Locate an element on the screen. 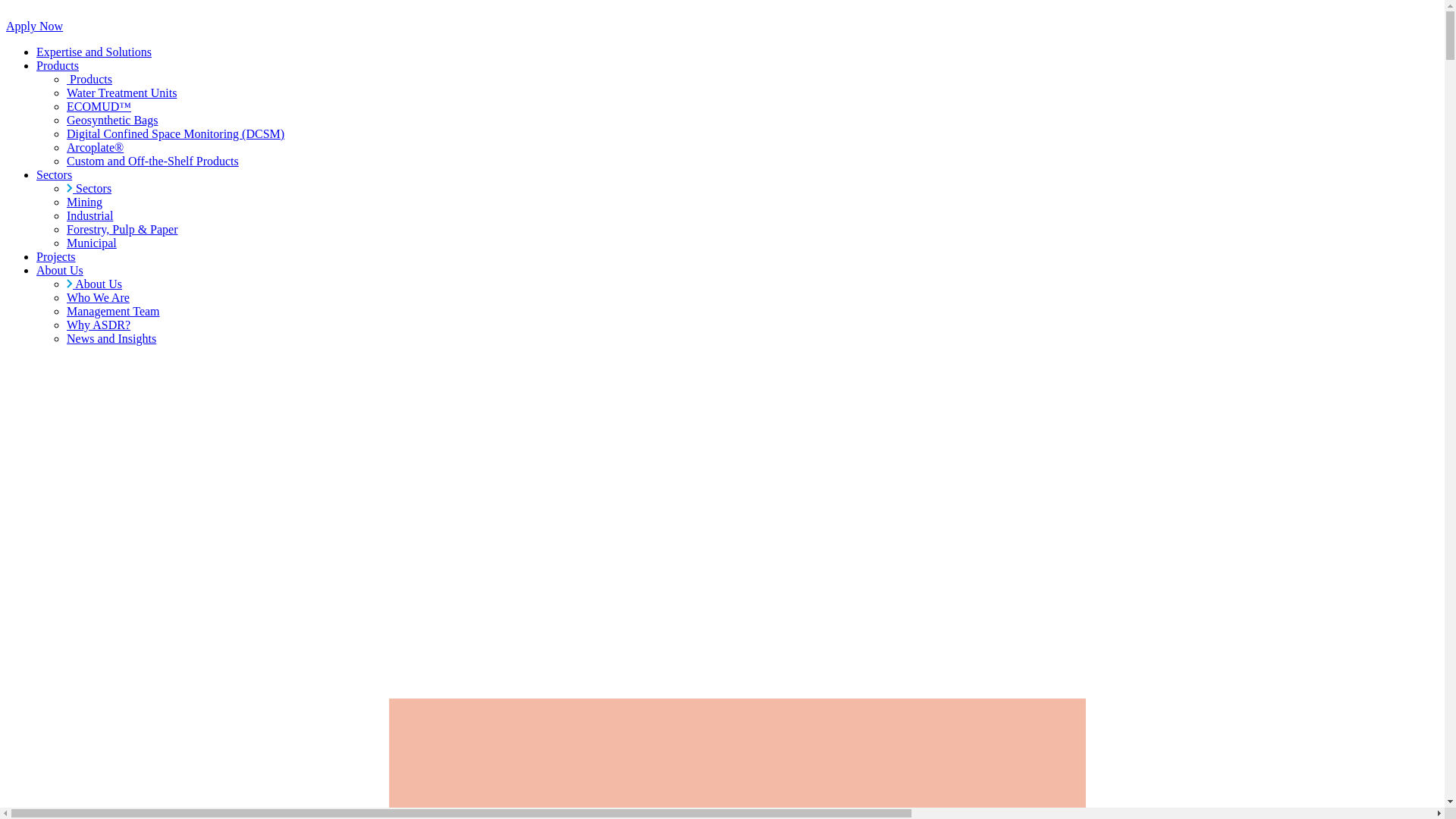  'Sectors' is located at coordinates (54, 174).